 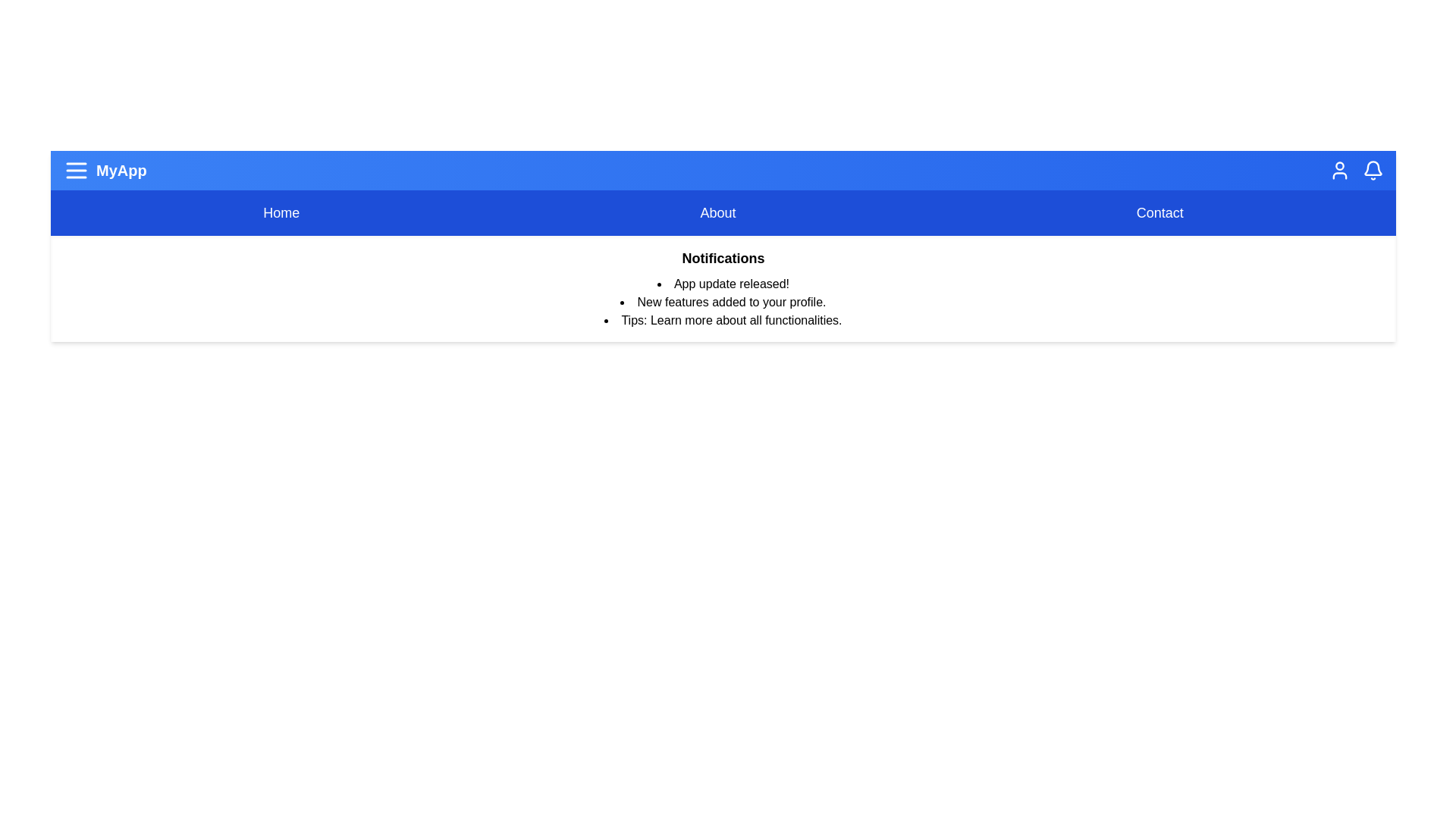 I want to click on the user icon to open user-related actions, so click(x=1339, y=170).